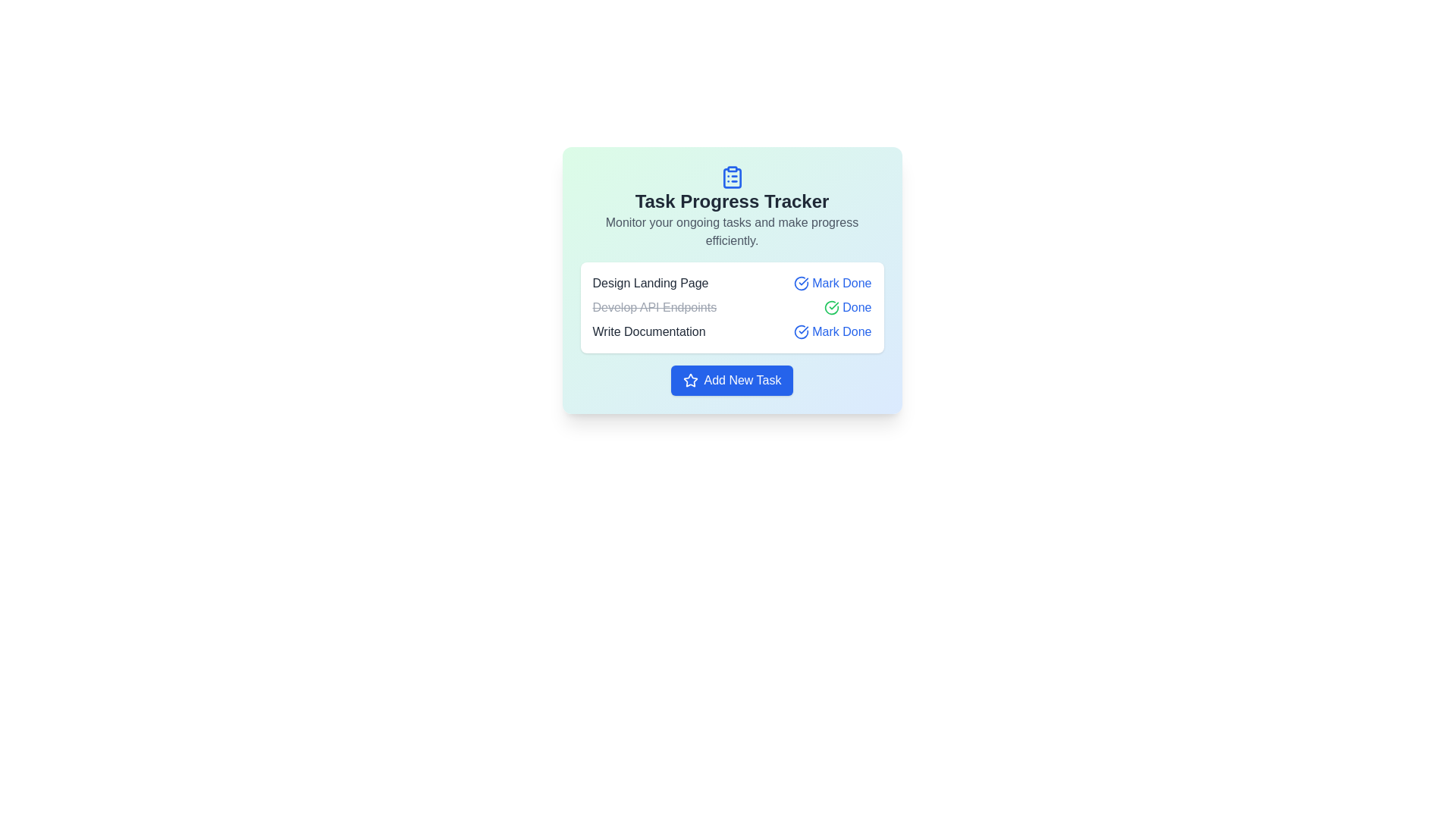 This screenshot has height=819, width=1456. What do you see at coordinates (841, 331) in the screenshot?
I see `the interactive Text label next to the checkmark icon in the third row under 'Write Documentation' to mark the task as done` at bounding box center [841, 331].